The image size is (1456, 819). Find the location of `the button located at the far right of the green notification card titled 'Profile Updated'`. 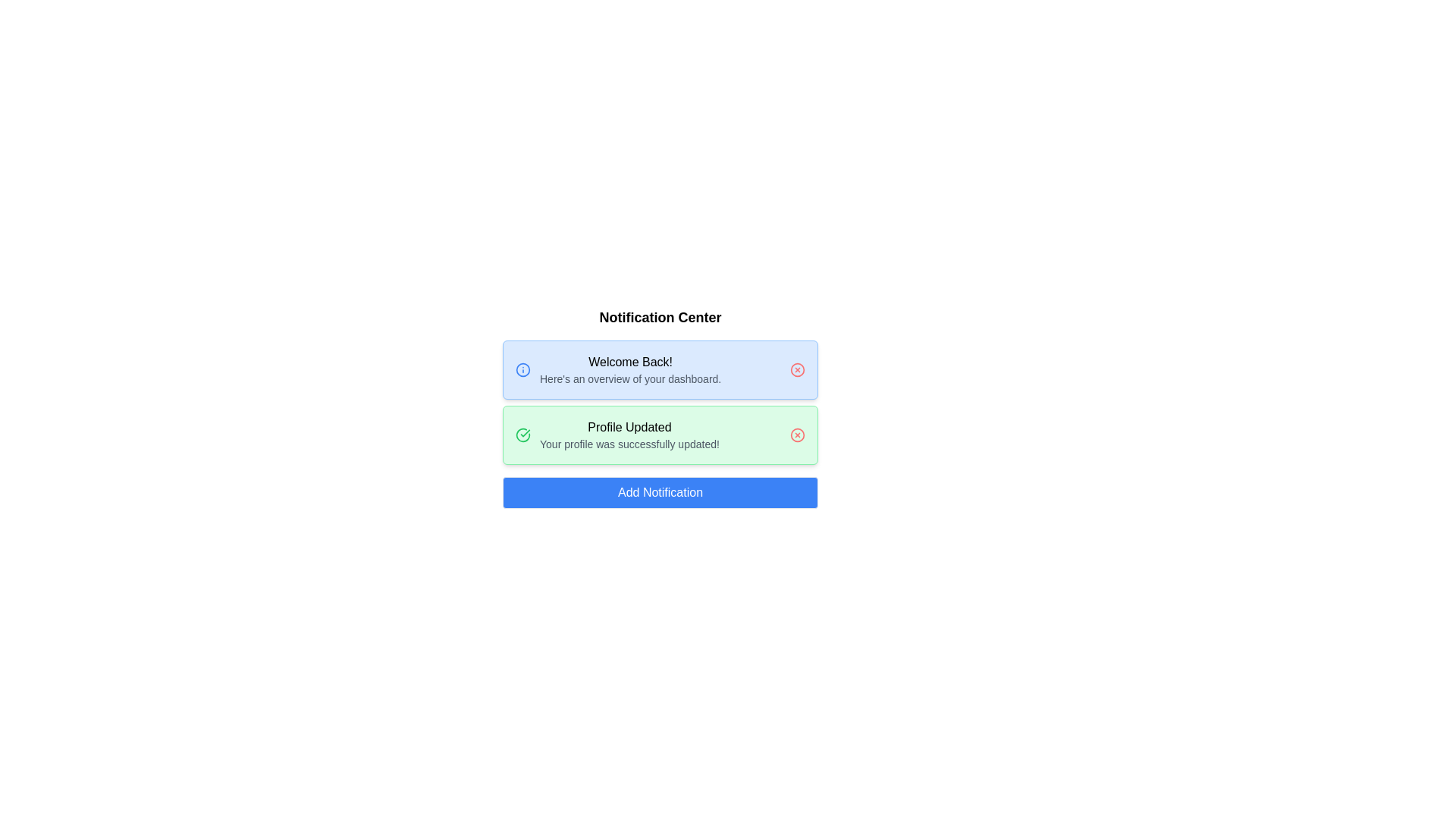

the button located at the far right of the green notification card titled 'Profile Updated' is located at coordinates (796, 435).